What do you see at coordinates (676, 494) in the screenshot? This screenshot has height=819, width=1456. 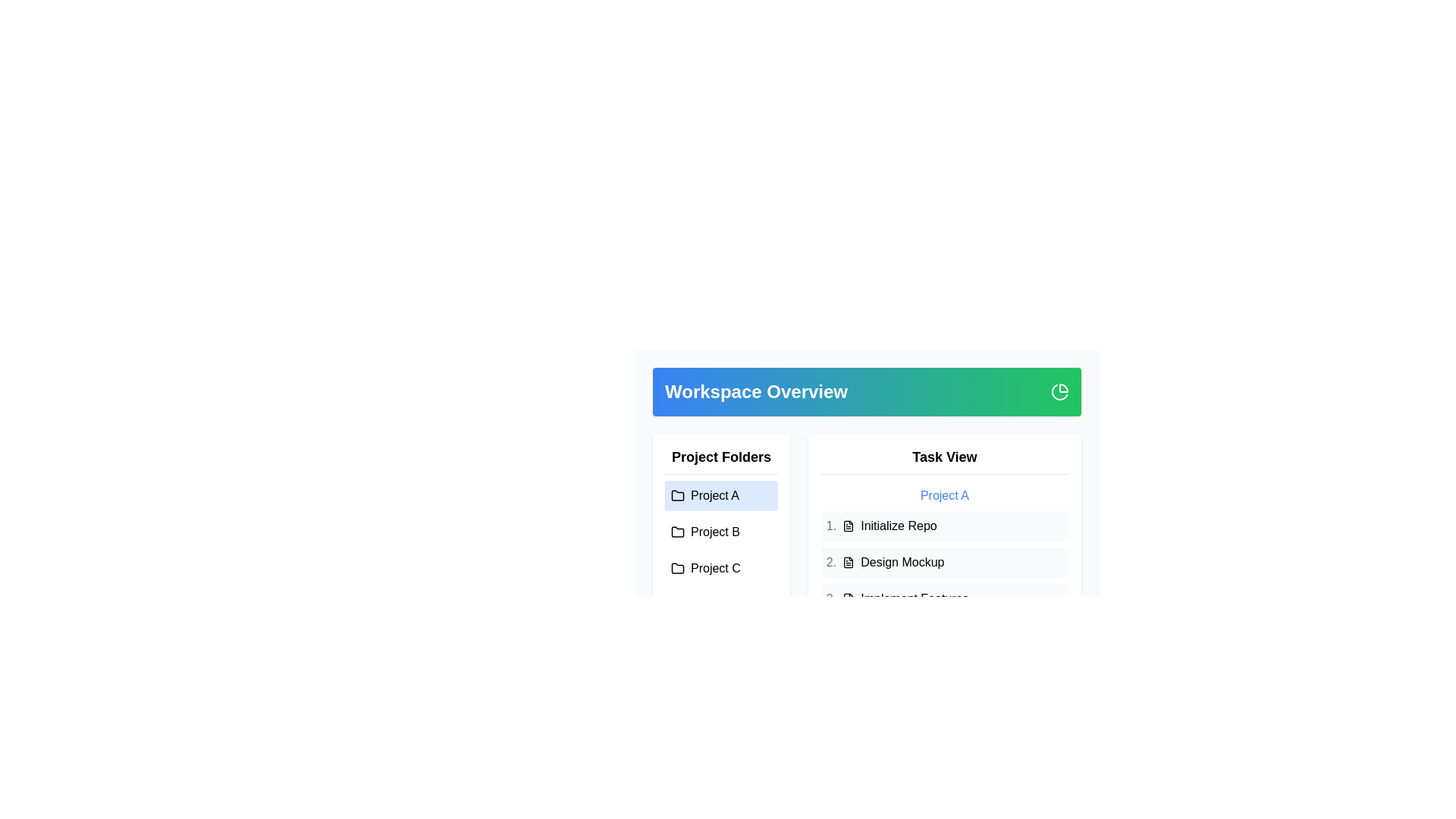 I see `the icon representing the folder associated with 'Project A' located in the 'Project Folders' section of the left-hand sidebar menu` at bounding box center [676, 494].